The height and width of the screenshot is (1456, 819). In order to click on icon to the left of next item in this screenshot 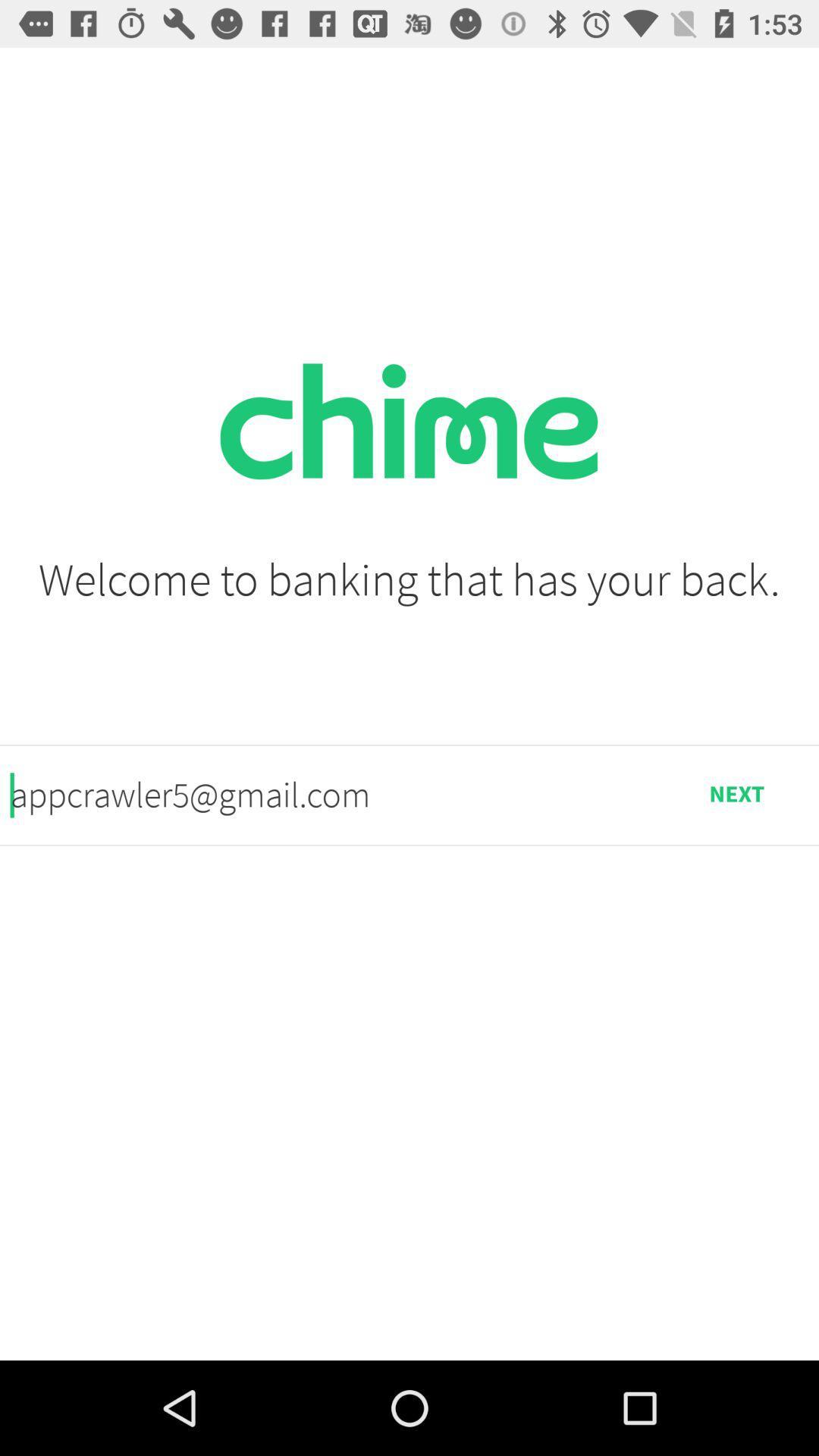, I will do `click(331, 794)`.